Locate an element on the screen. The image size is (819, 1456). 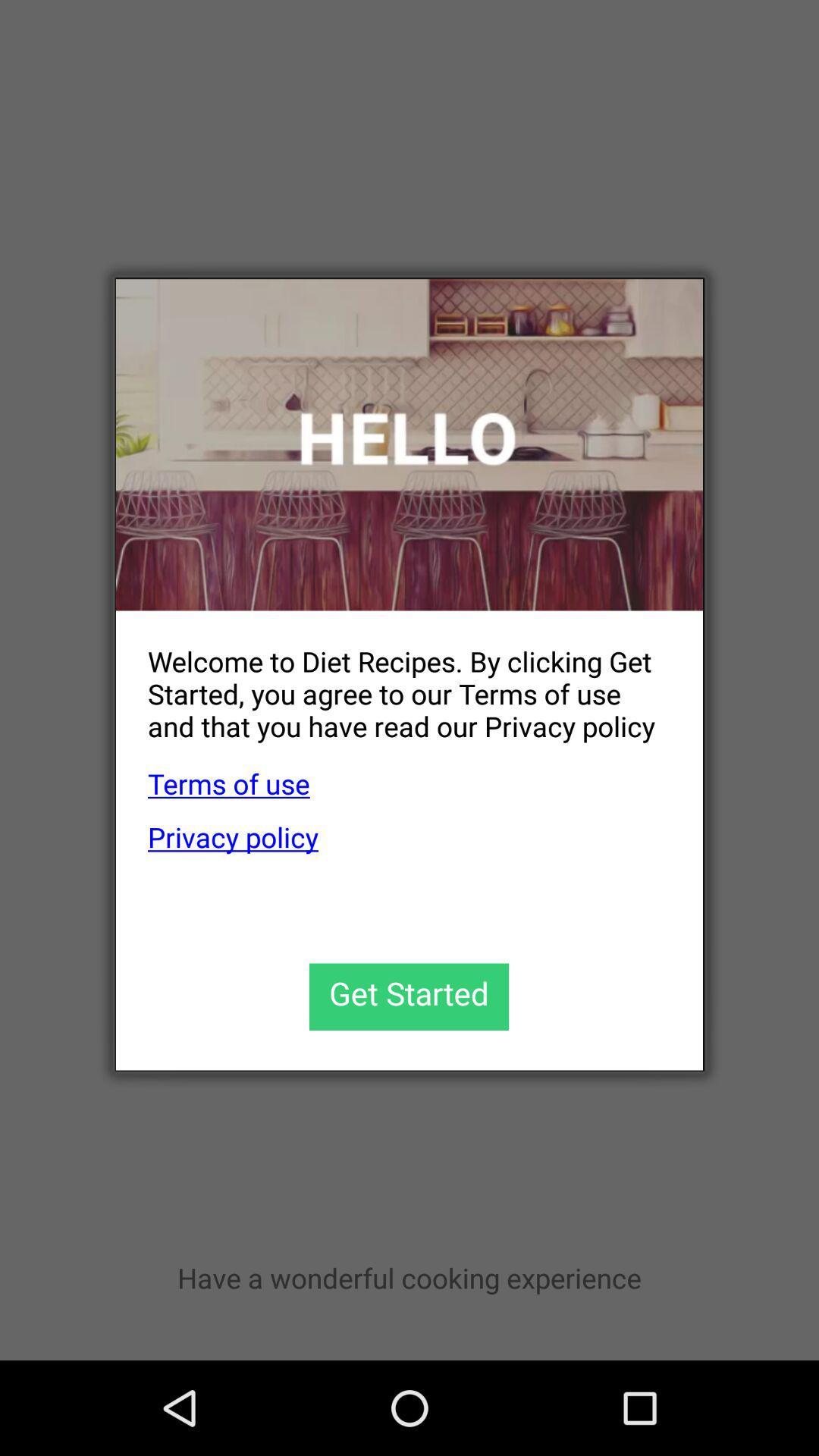
continue to use app is located at coordinates (408, 996).